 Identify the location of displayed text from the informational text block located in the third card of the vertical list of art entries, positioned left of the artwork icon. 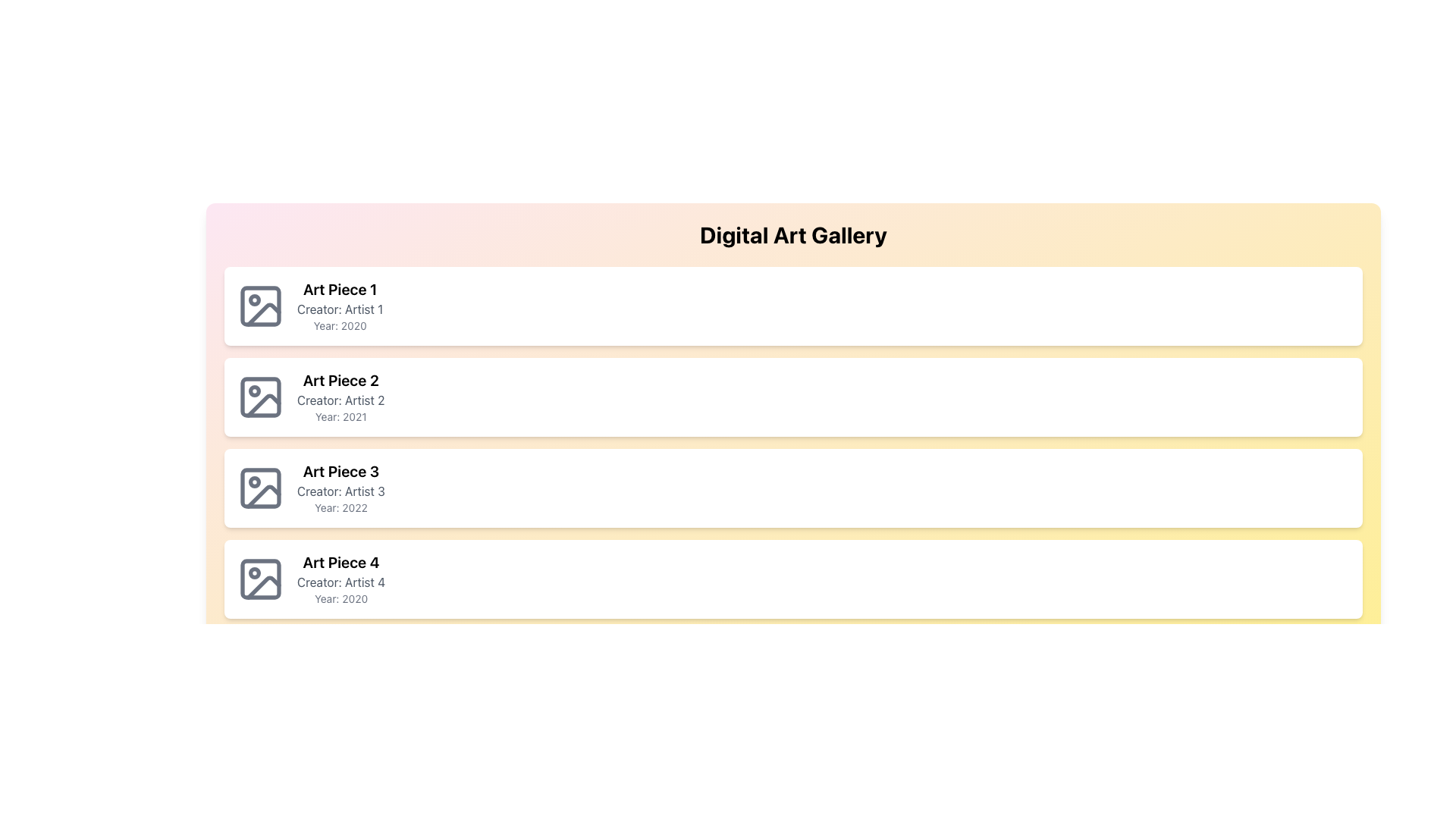
(340, 488).